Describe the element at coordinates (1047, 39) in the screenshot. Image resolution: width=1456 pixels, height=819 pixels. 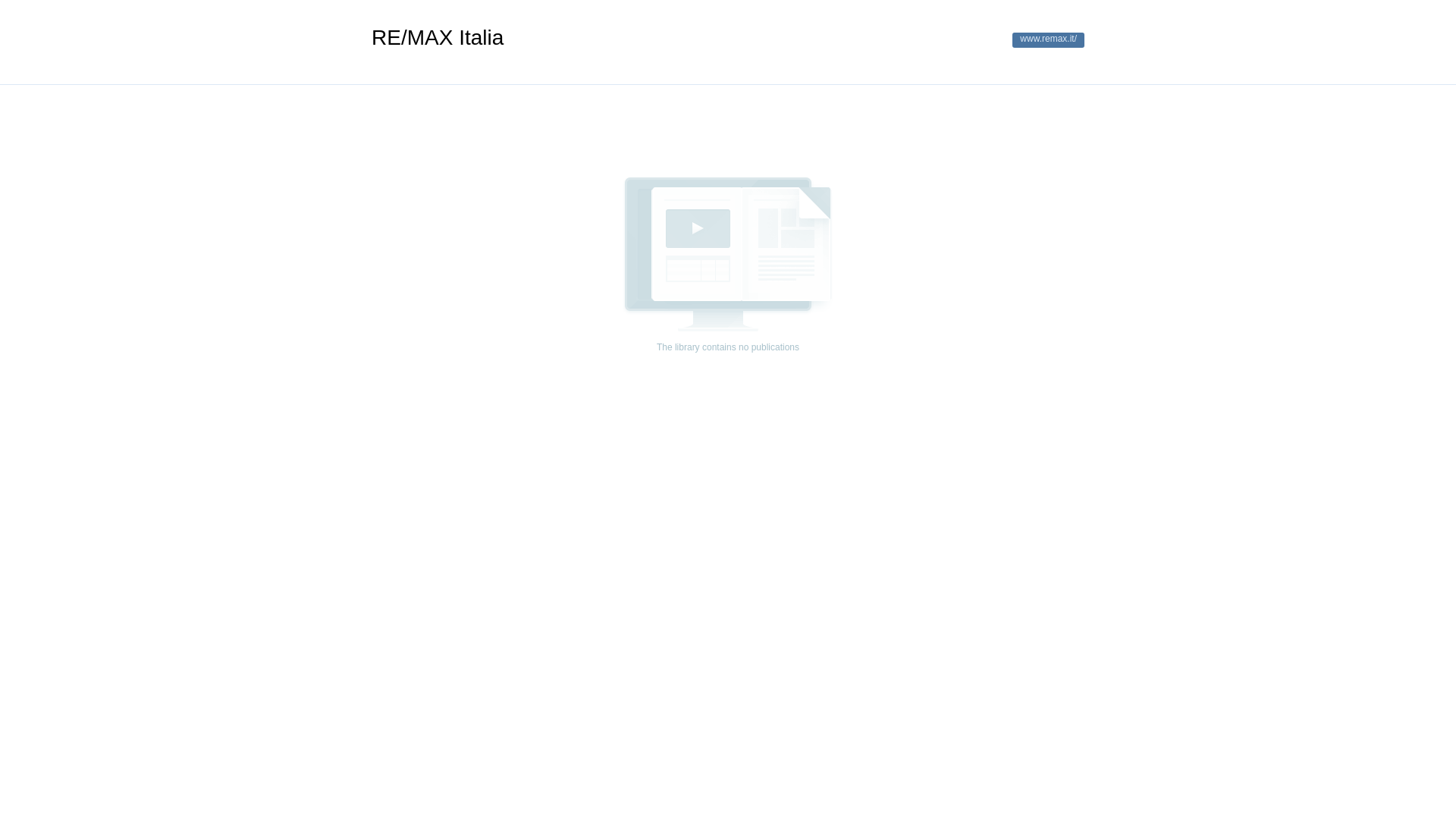
I see `'www.remax.it/'` at that location.